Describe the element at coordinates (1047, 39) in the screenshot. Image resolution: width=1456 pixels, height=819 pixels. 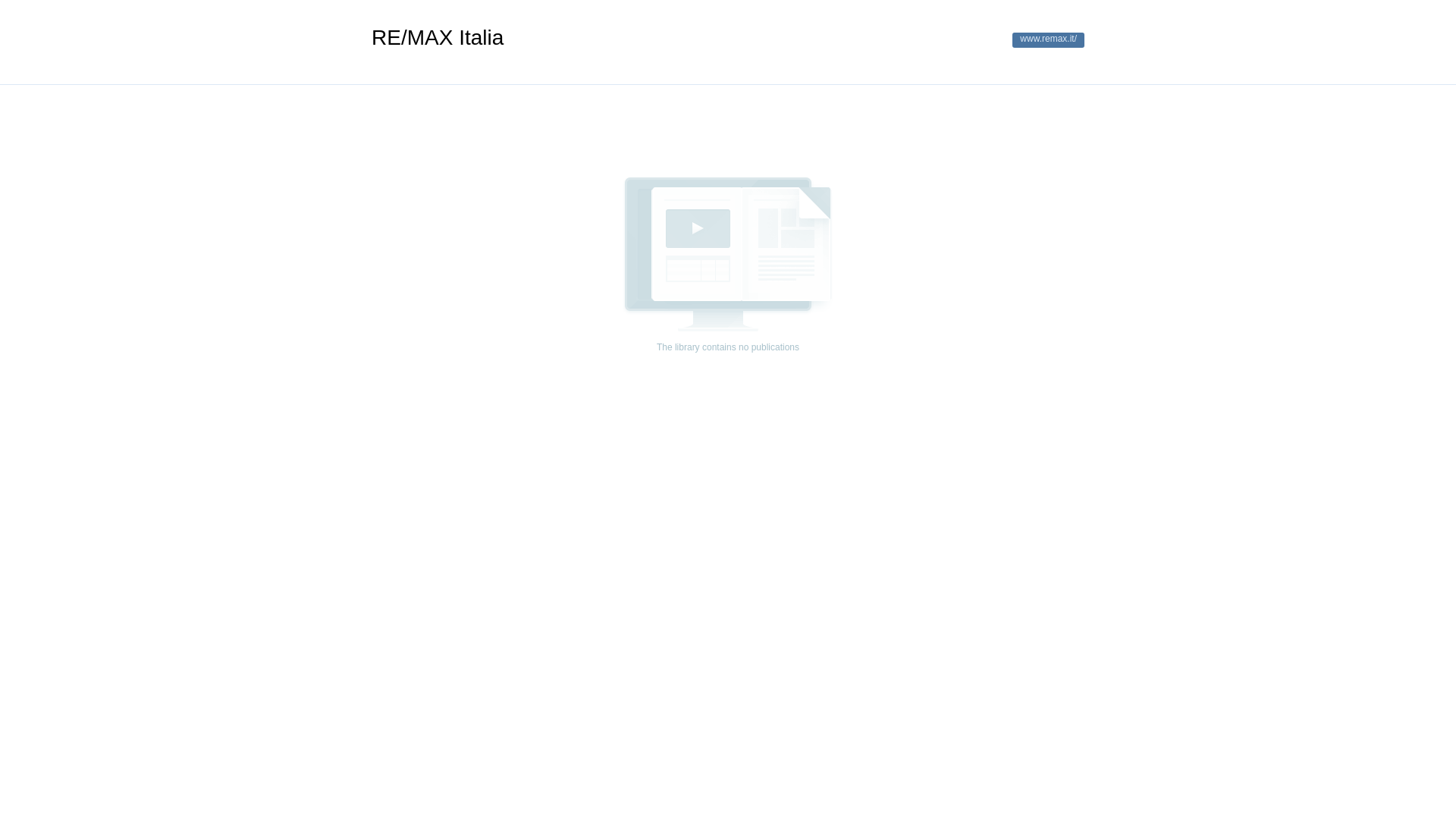
I see `'www.remax.it/'` at that location.